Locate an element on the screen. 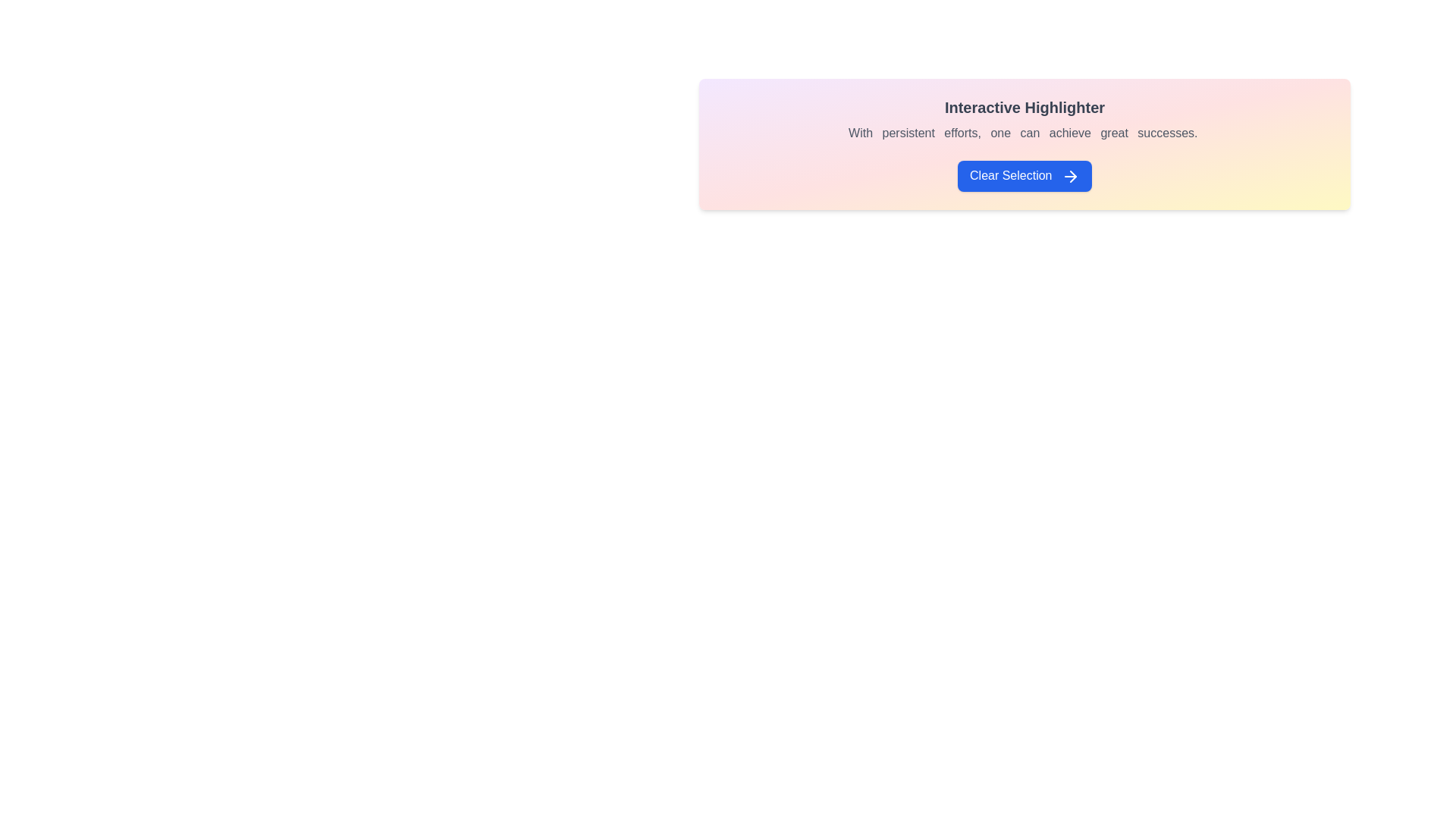 The height and width of the screenshot is (819, 1456). the text element displaying the word 'With', which is styled with a rounded background and is the first word in the sentence 'With persistent efforts, one can achieve great successes.' is located at coordinates (862, 132).